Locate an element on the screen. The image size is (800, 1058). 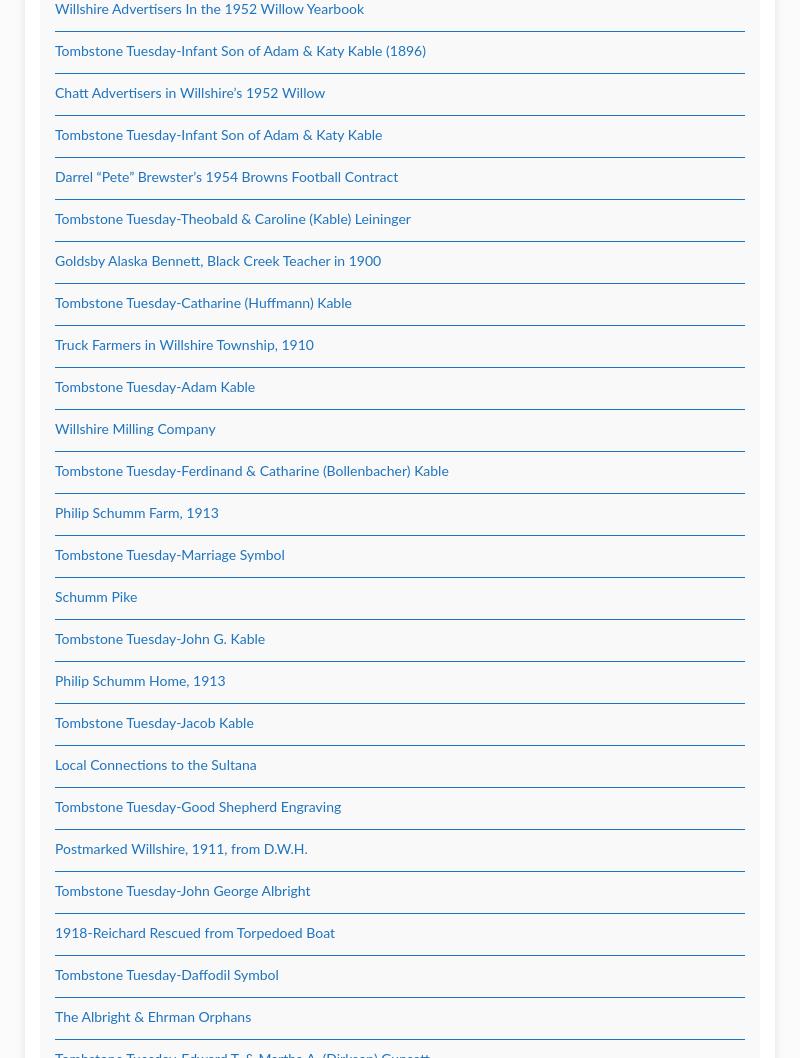
'Tombstone Tuesday-Adam Kable' is located at coordinates (154, 387).